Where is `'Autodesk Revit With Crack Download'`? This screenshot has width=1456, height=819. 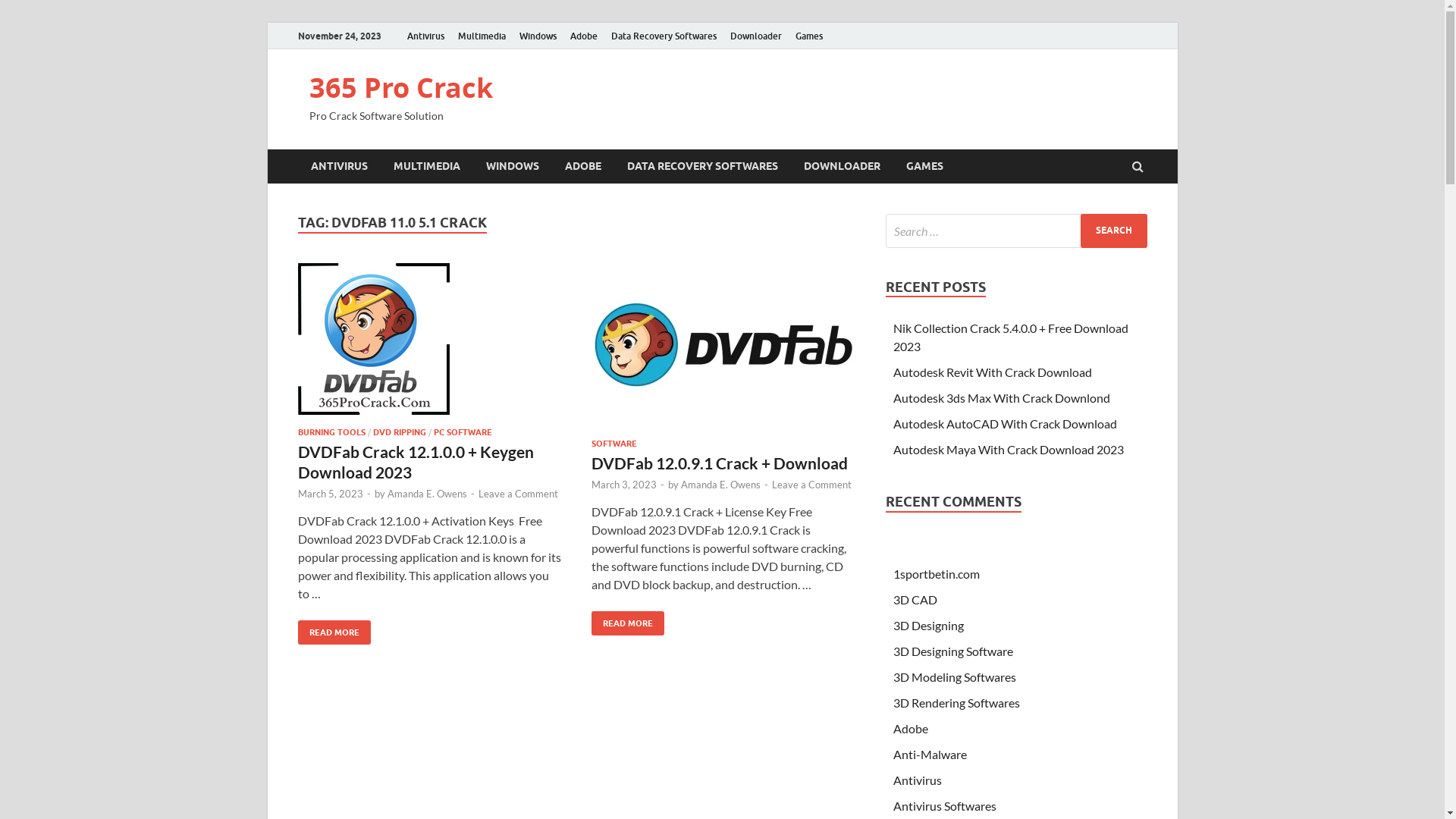
'Autodesk Revit With Crack Download' is located at coordinates (993, 372).